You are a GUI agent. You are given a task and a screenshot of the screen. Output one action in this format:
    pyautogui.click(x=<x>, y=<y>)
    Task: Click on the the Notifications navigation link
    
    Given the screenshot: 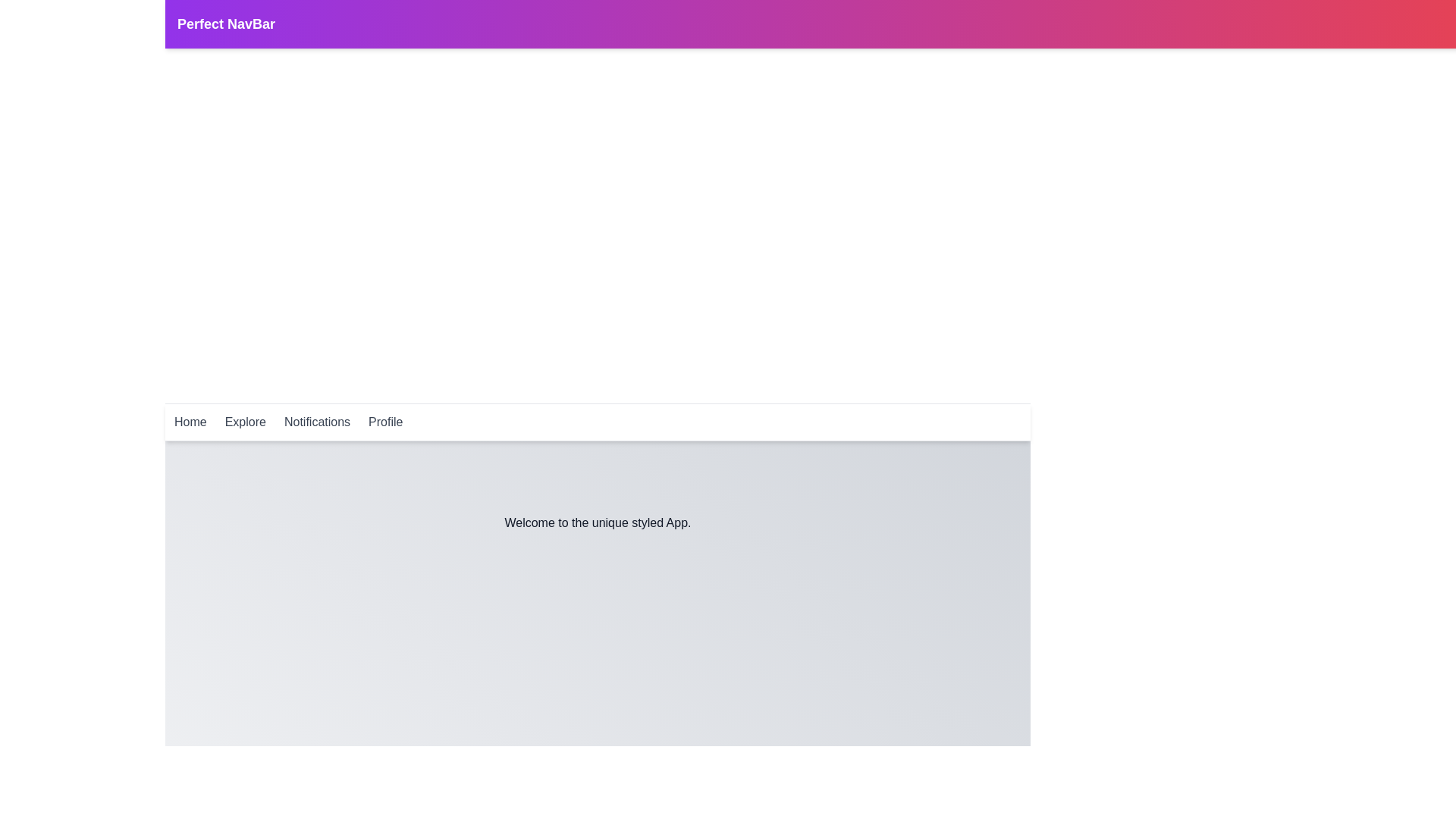 What is the action you would take?
    pyautogui.click(x=316, y=422)
    